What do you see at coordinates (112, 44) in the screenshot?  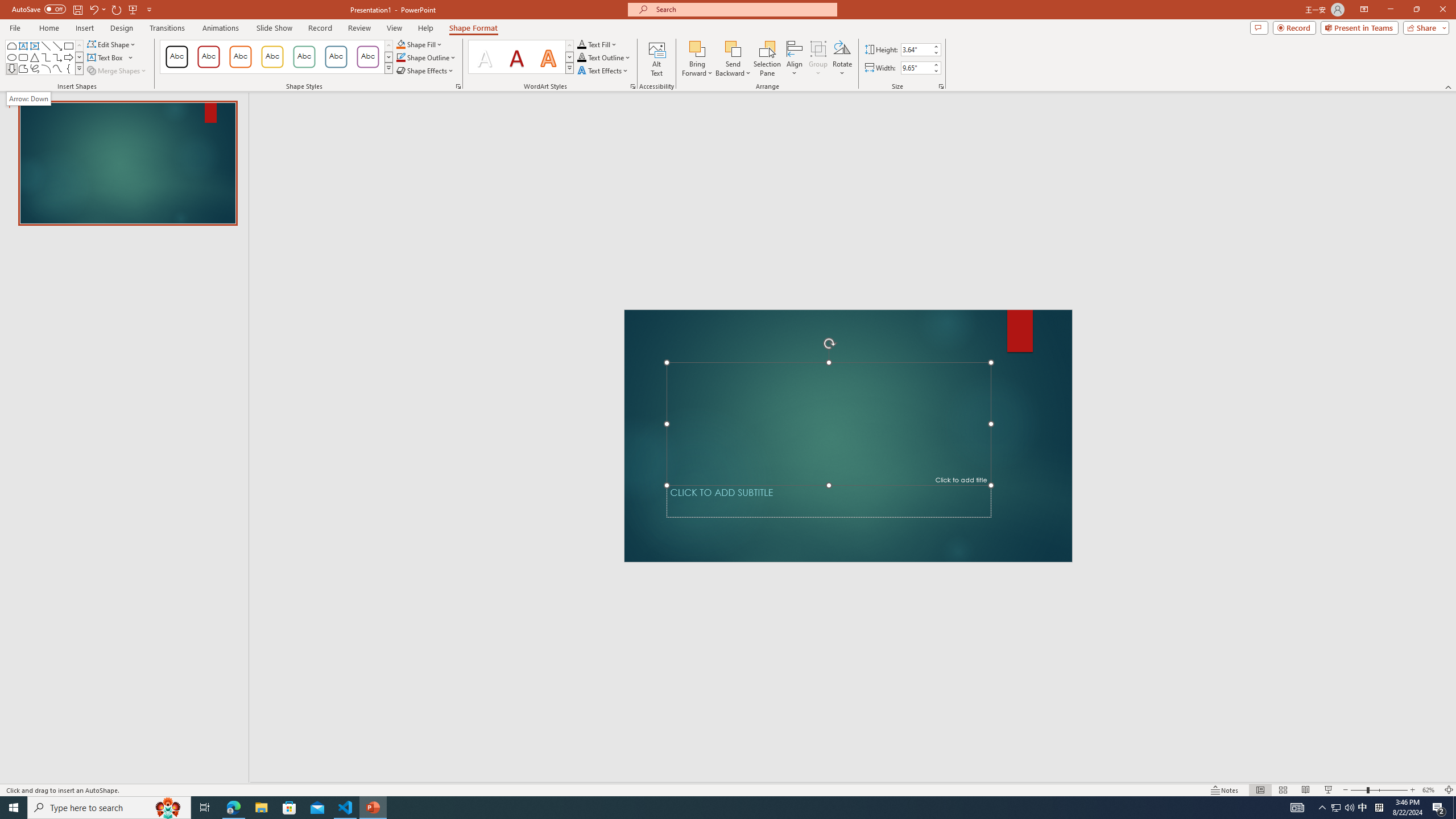 I see `'Edit Shape'` at bounding box center [112, 44].